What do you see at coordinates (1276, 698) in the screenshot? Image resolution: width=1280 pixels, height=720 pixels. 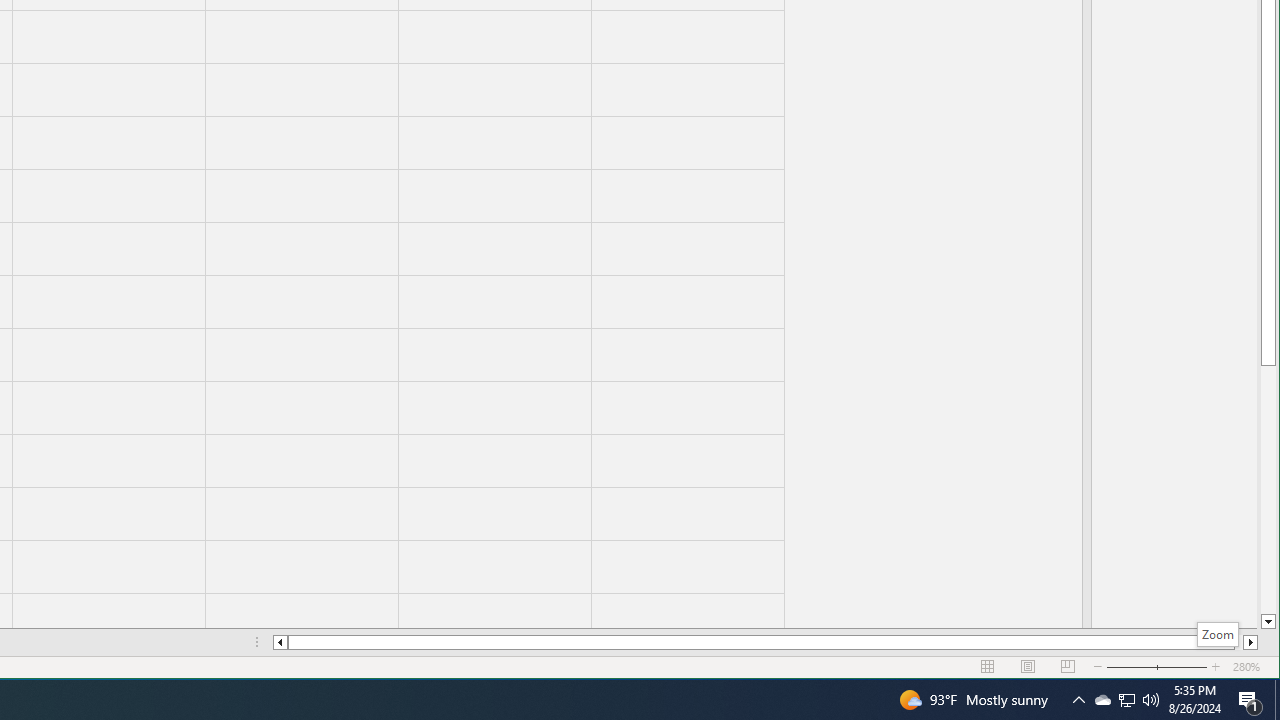 I see `'Show desktop'` at bounding box center [1276, 698].